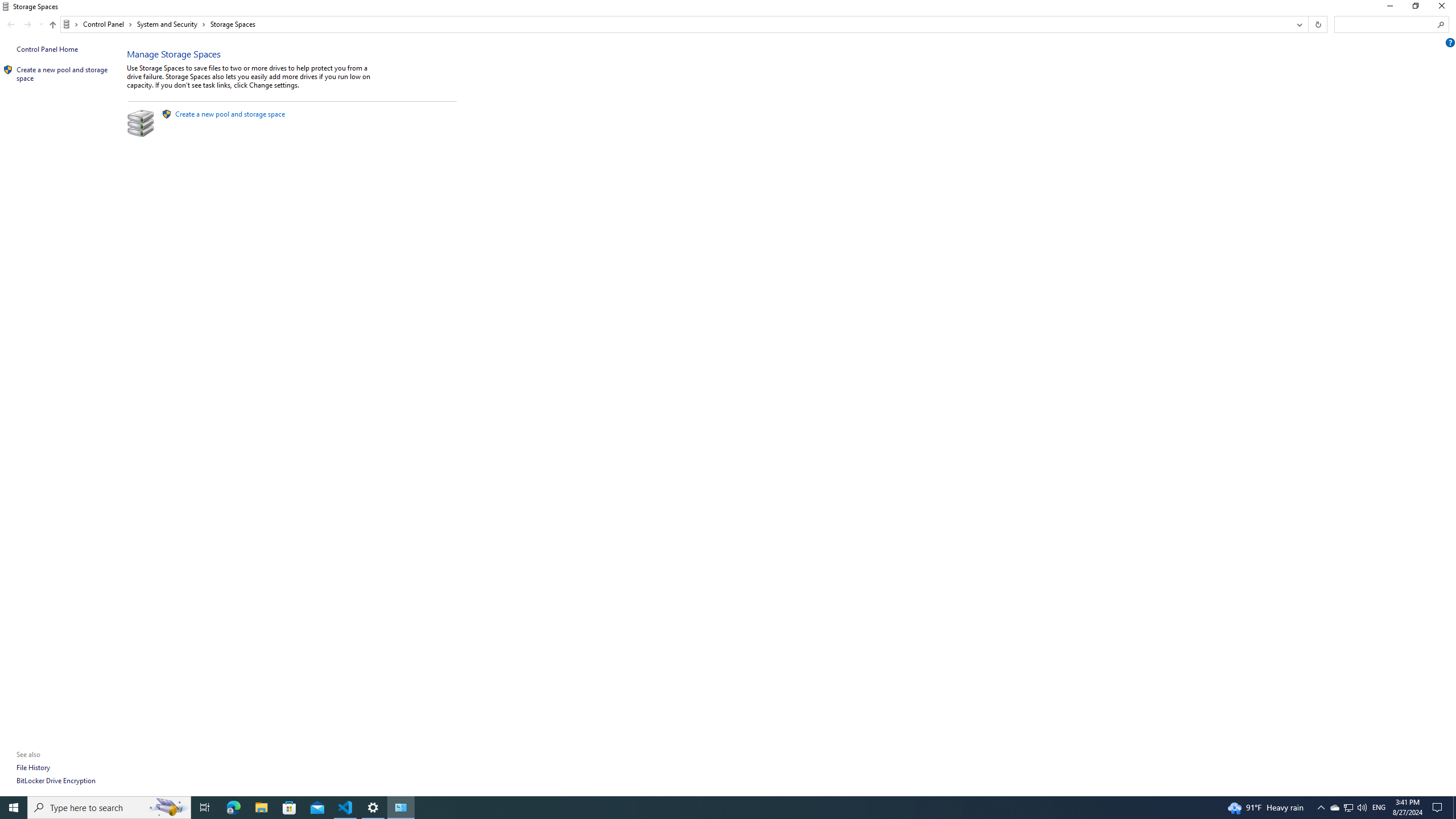 Image resolution: width=1456 pixels, height=819 pixels. Describe the element at coordinates (107, 24) in the screenshot. I see `'Control Panel'` at that location.